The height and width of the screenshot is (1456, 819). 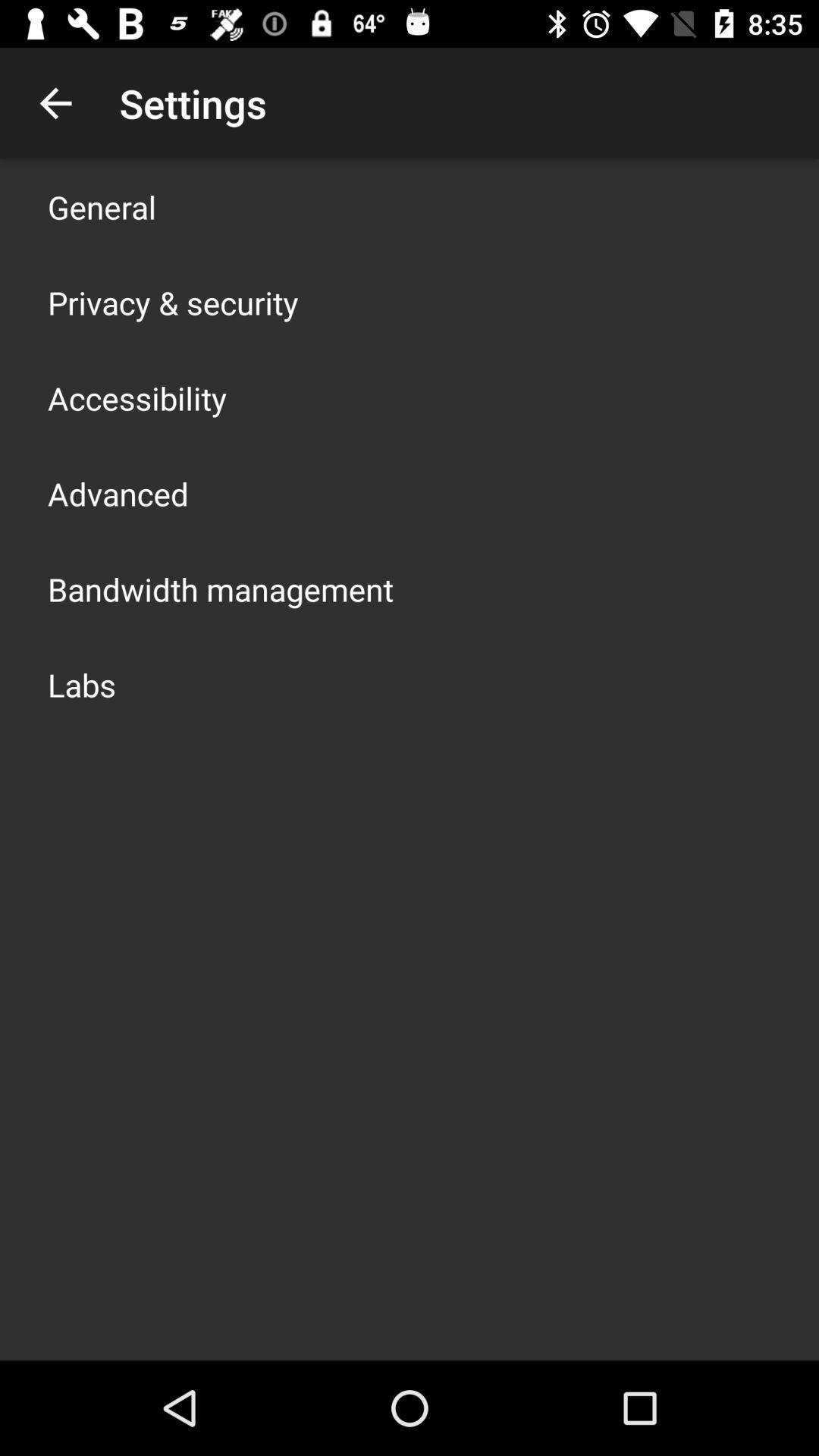 I want to click on item above the accessibility app, so click(x=172, y=302).